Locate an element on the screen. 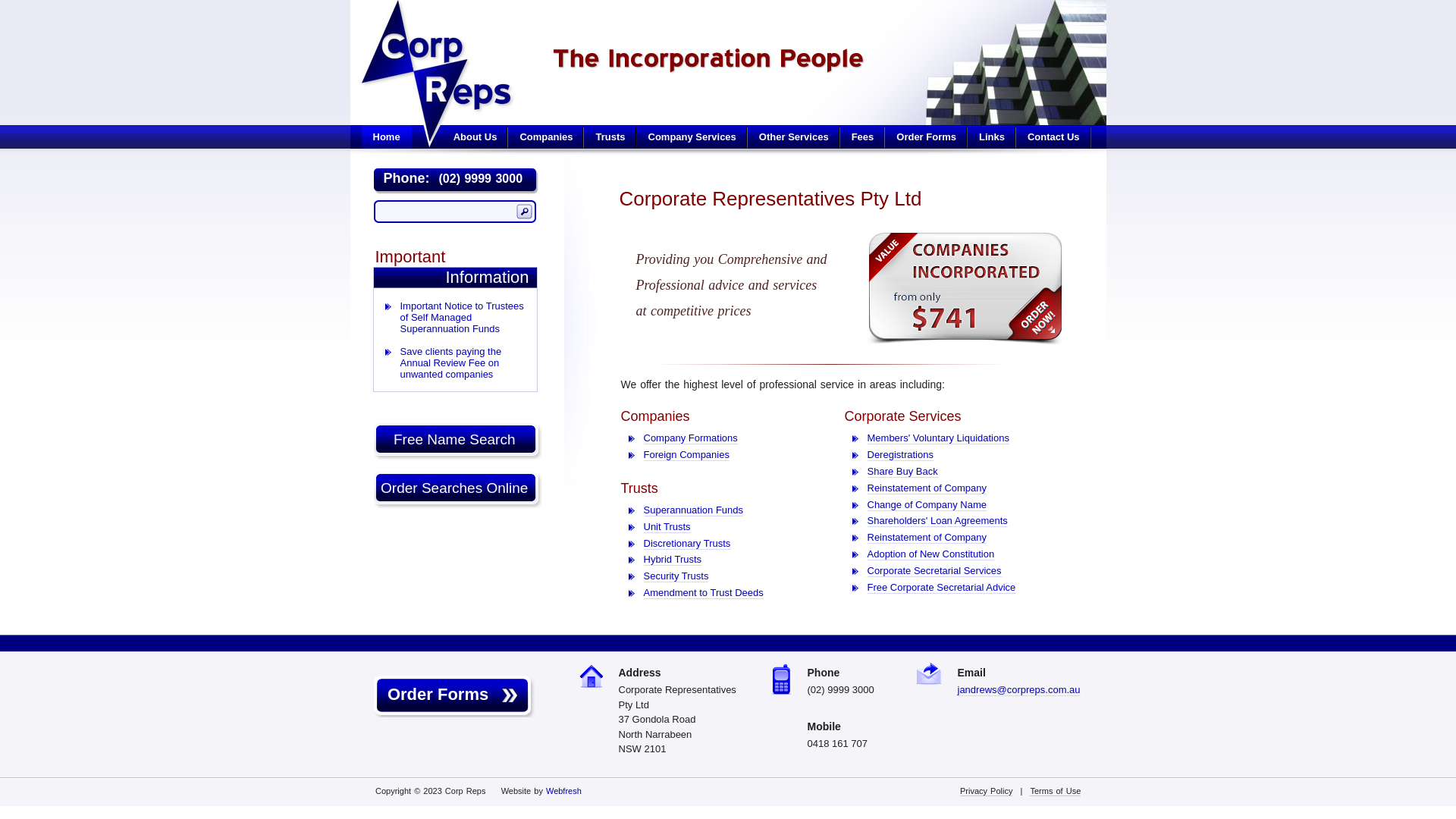 The height and width of the screenshot is (819, 1456). 'Free Corporate Secretarial Advice' is located at coordinates (867, 587).